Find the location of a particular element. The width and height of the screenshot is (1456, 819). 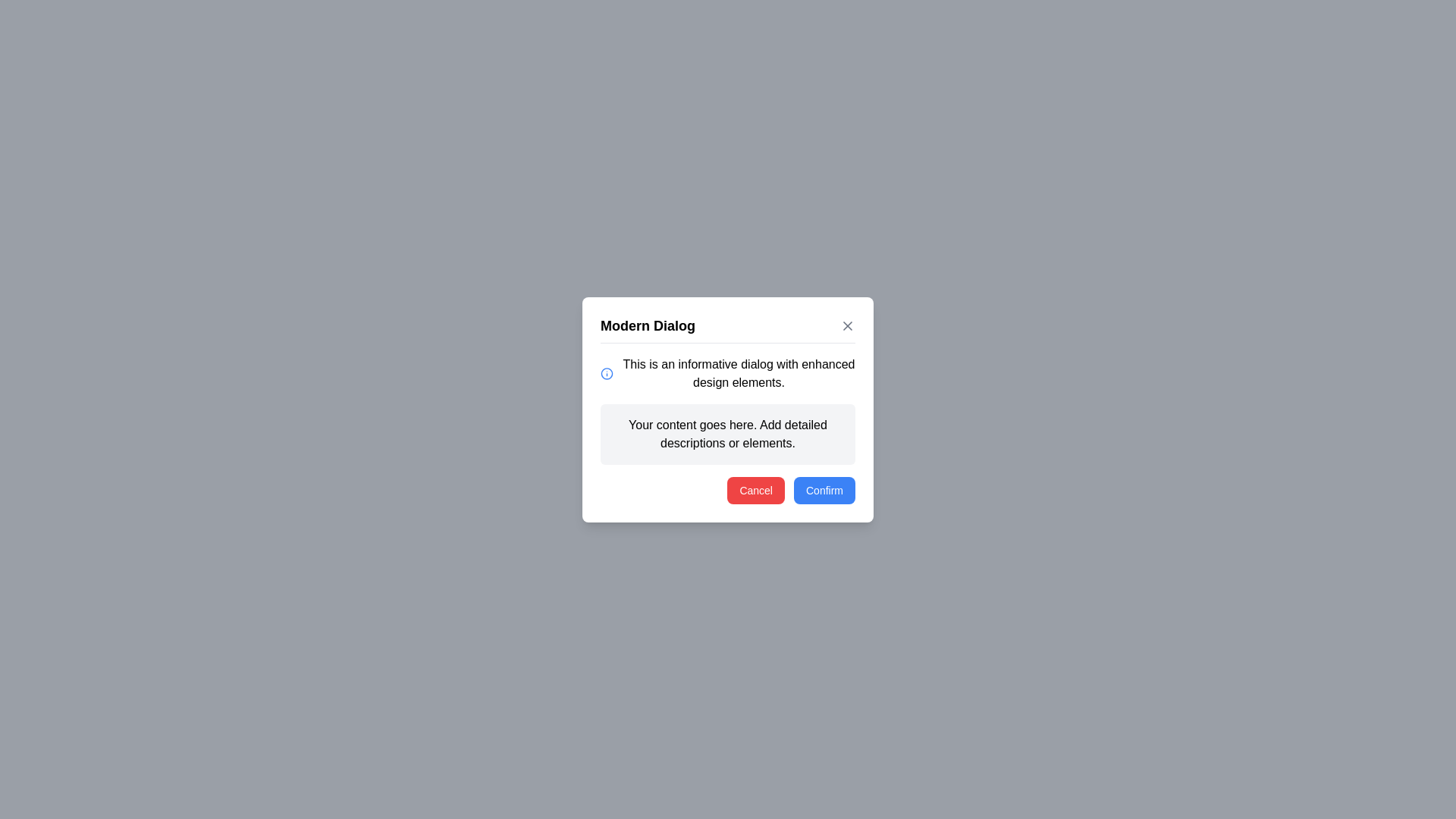

the blue information icon with a circular outline and 'i' symbol, located to the left of the text 'This is an informative dialog with enhanced design elements.' is located at coordinates (607, 373).